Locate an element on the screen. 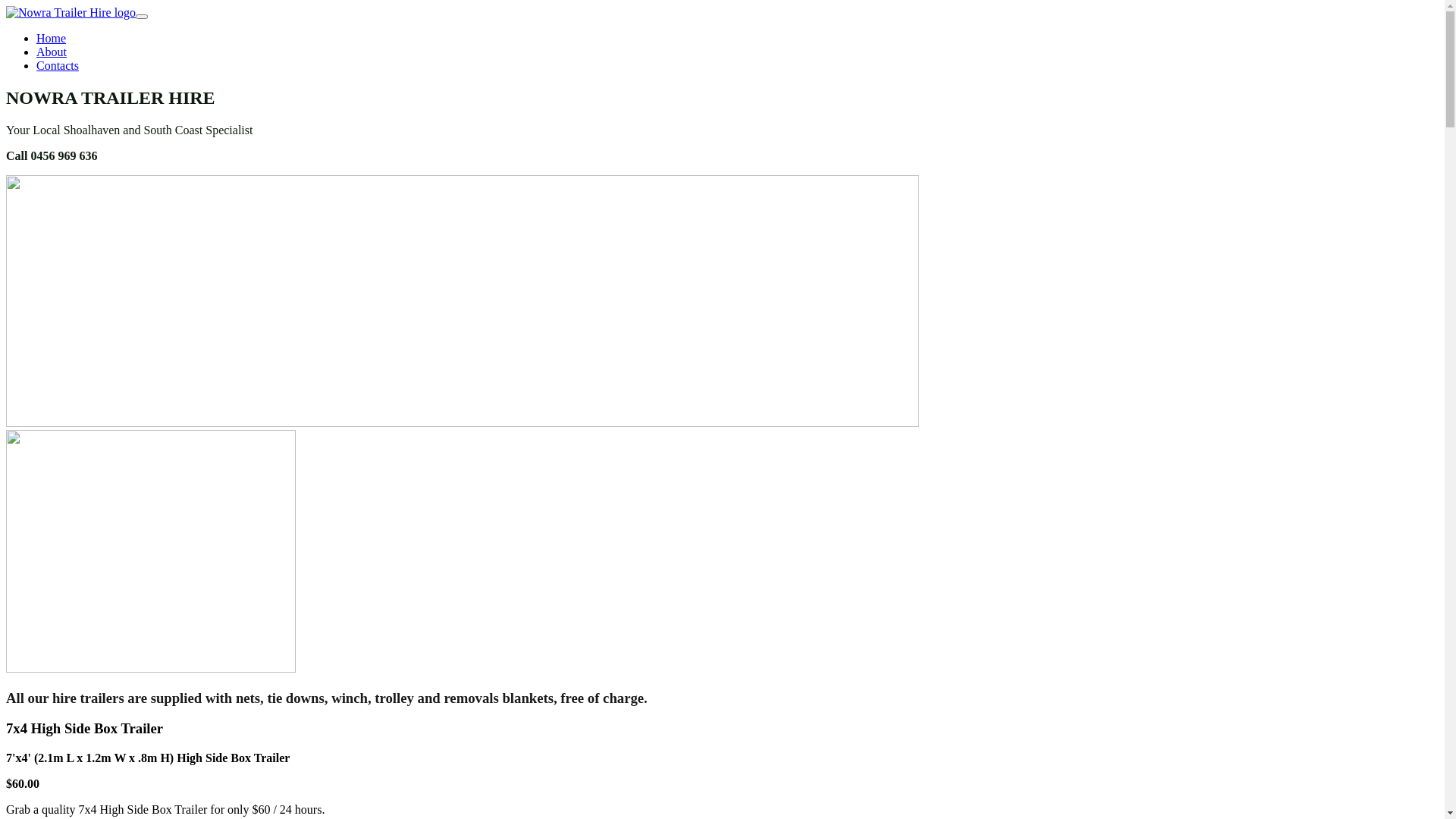 The width and height of the screenshot is (1456, 819). 'Home' is located at coordinates (51, 37).